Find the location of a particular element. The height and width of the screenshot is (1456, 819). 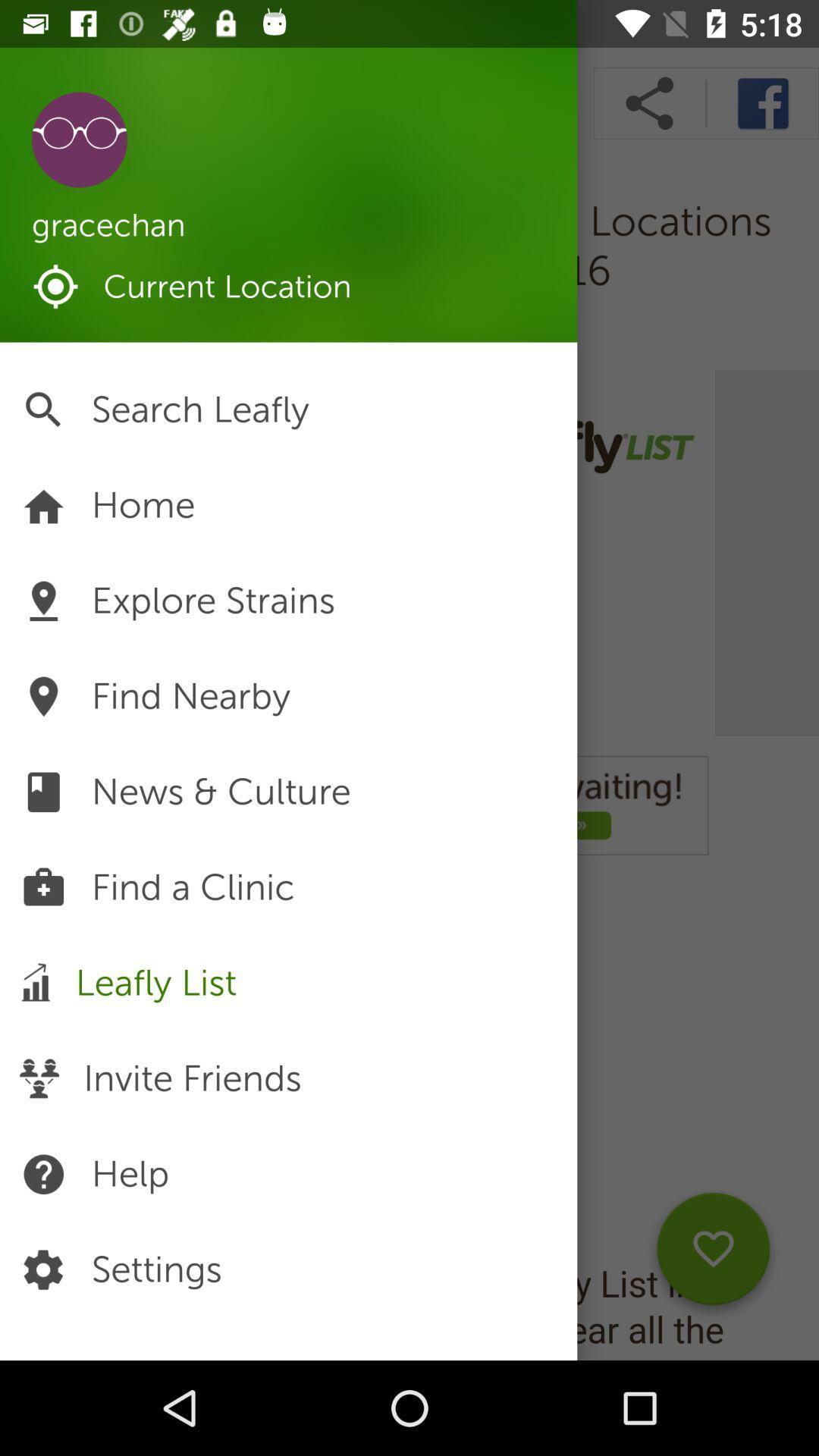

the favorite icon is located at coordinates (713, 1254).